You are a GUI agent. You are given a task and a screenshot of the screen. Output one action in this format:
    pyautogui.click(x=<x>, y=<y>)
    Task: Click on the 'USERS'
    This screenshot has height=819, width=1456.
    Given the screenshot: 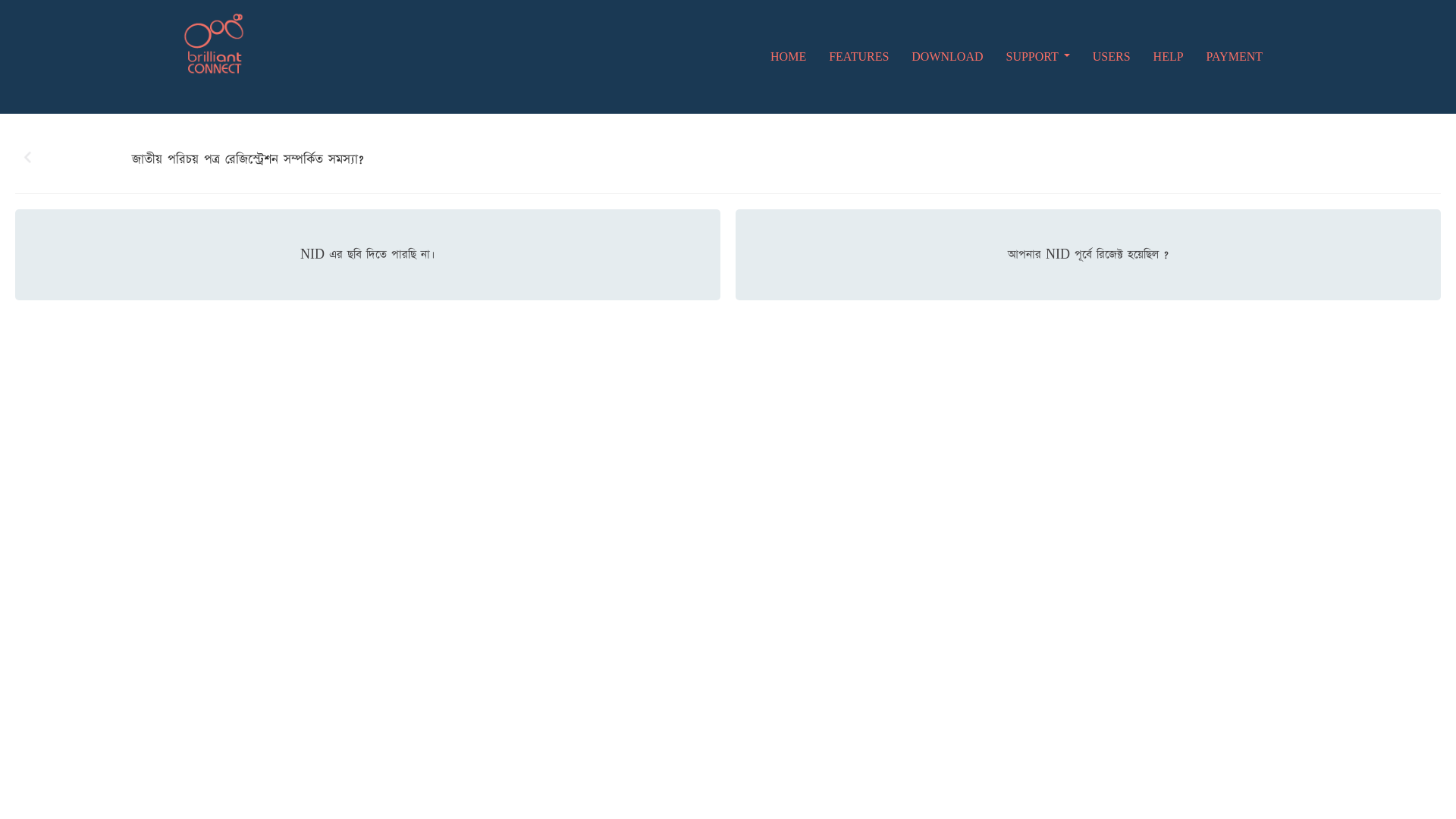 What is the action you would take?
    pyautogui.click(x=1080, y=55)
    